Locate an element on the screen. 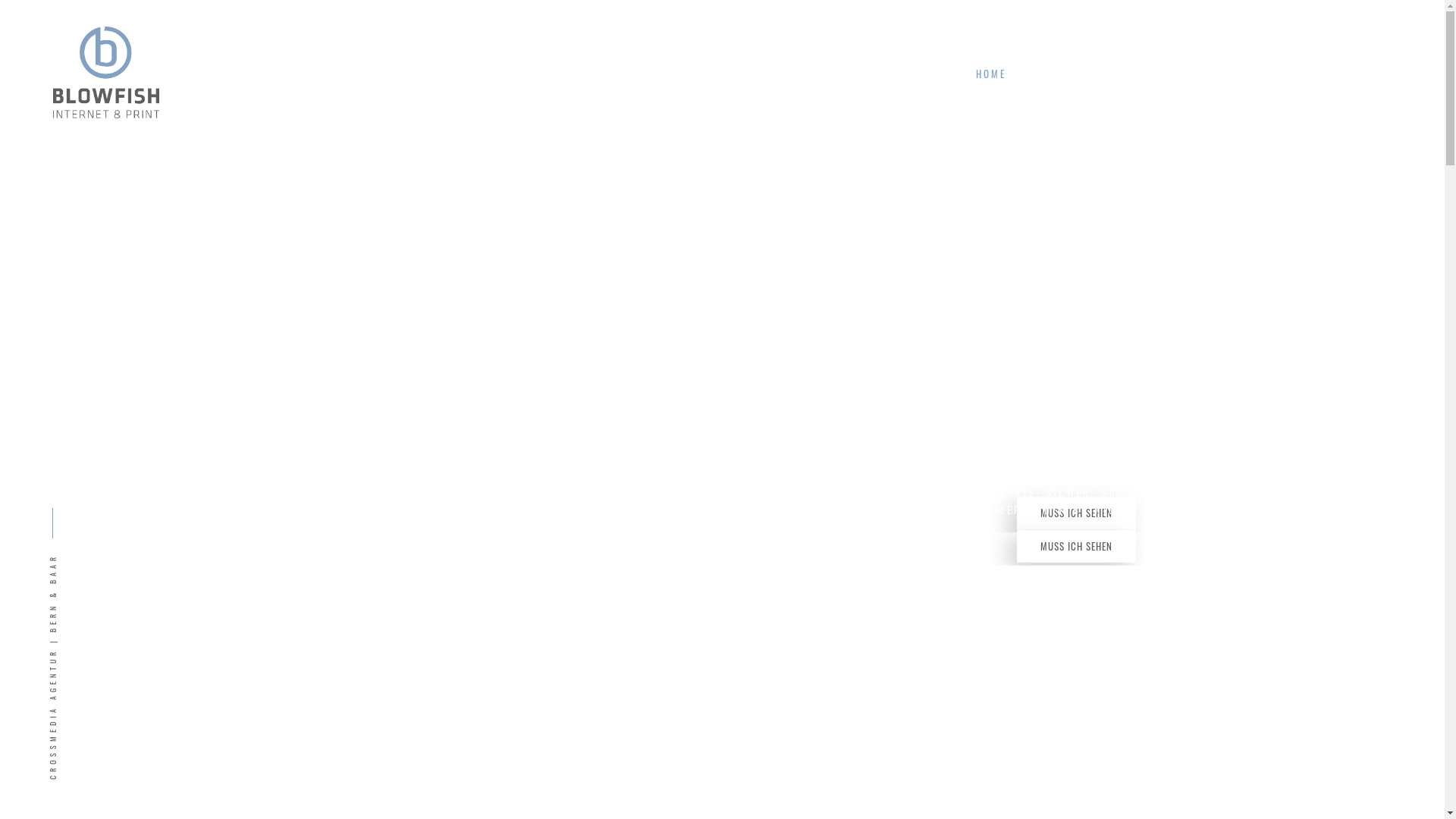 Image resolution: width=1456 pixels, height=819 pixels. 'MUSS ICH SEHEN' is located at coordinates (1015, 512).